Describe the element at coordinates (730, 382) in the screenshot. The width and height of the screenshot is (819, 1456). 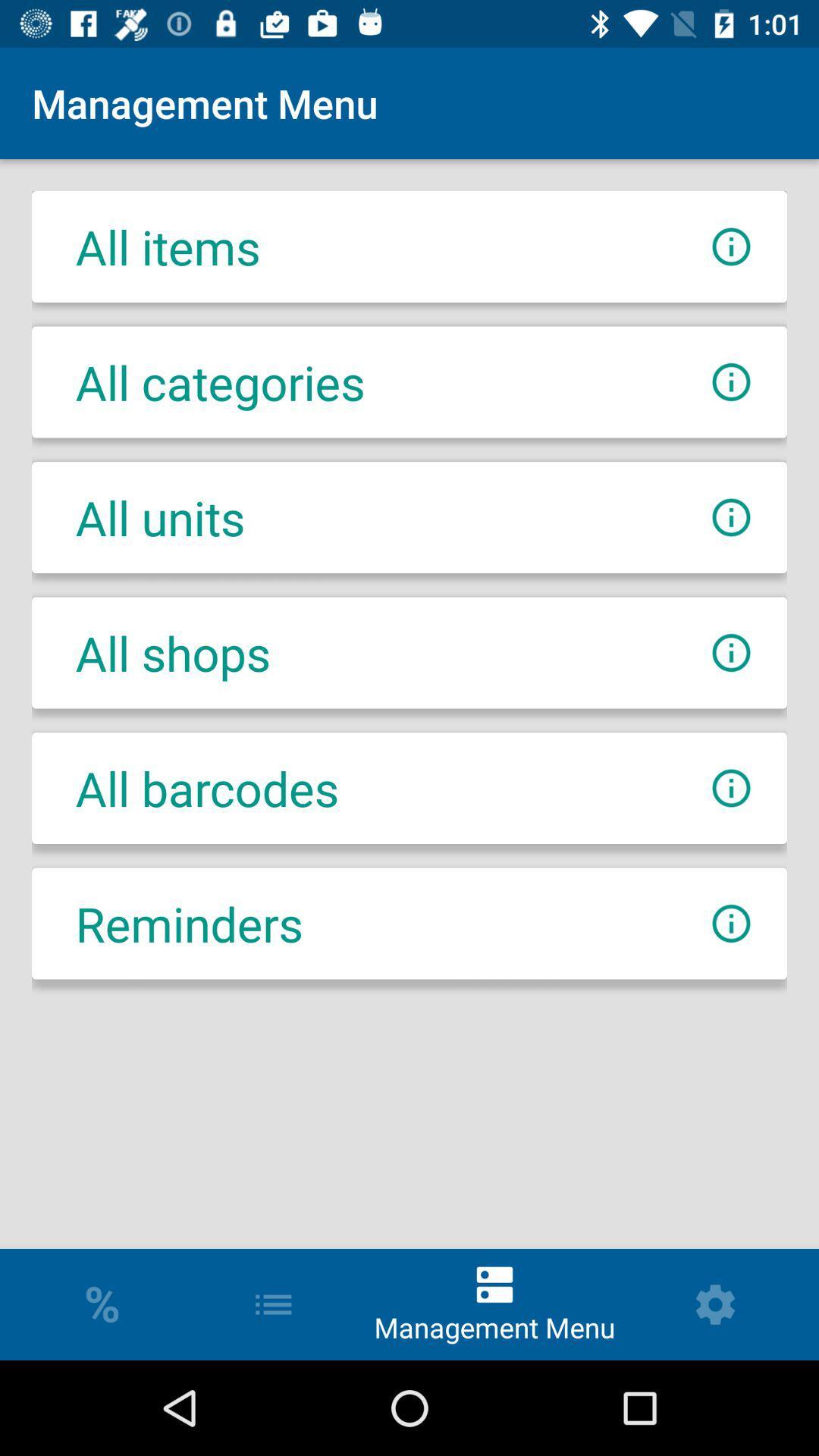
I see `more info about category` at that location.